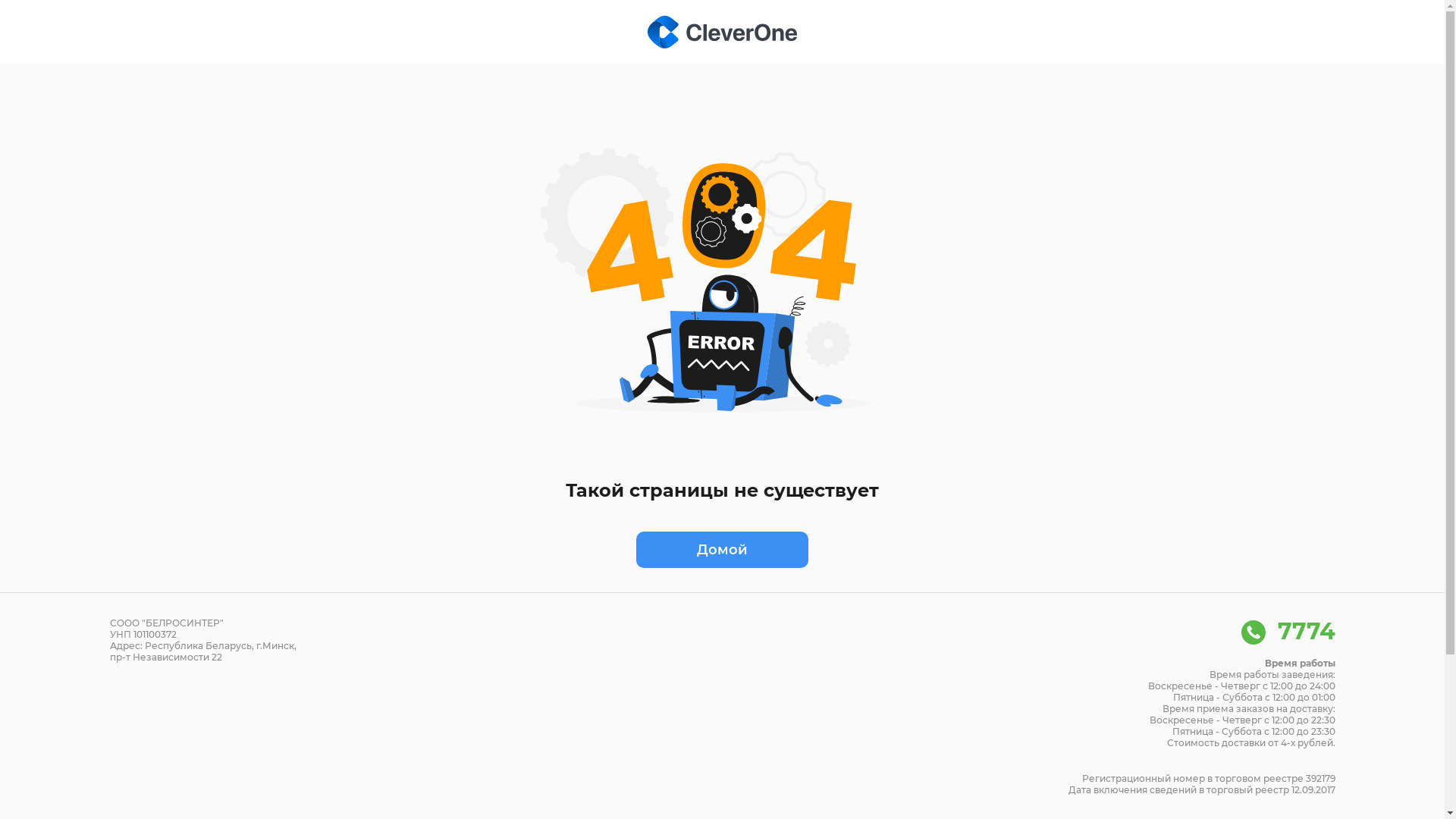  I want to click on '7774', so click(1287, 631).